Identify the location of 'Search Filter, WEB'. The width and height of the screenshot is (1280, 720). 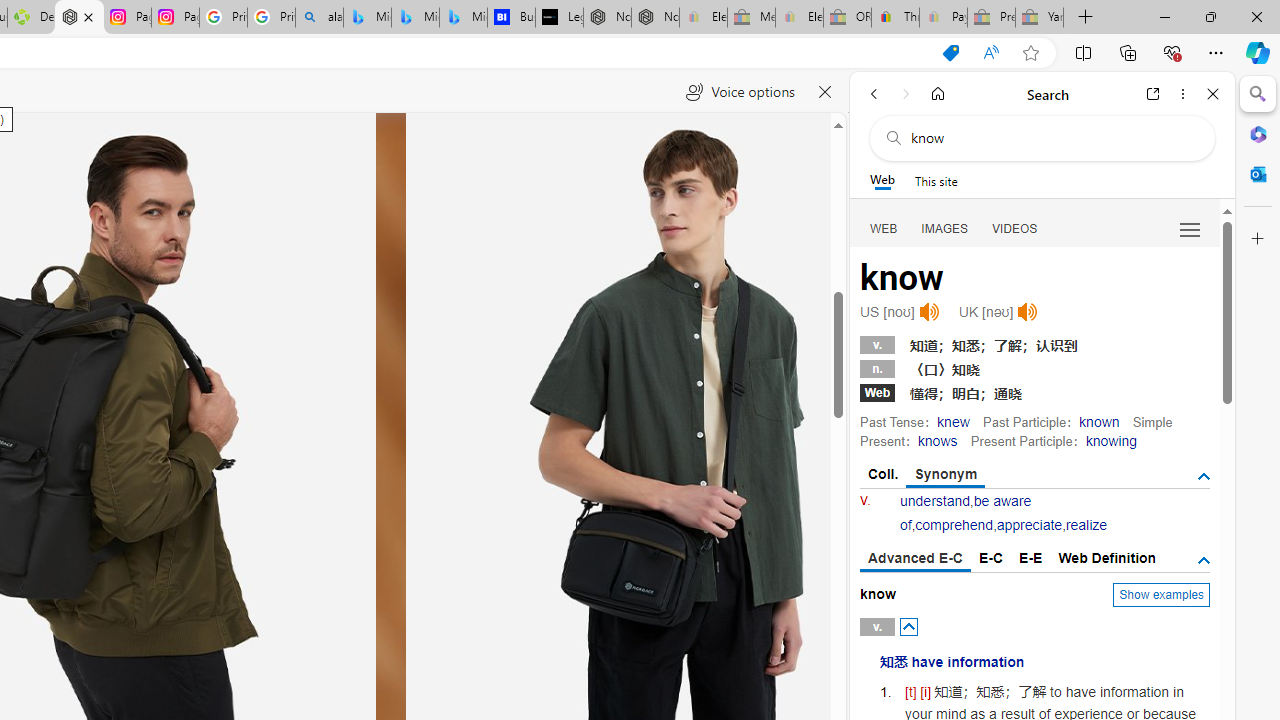
(883, 227).